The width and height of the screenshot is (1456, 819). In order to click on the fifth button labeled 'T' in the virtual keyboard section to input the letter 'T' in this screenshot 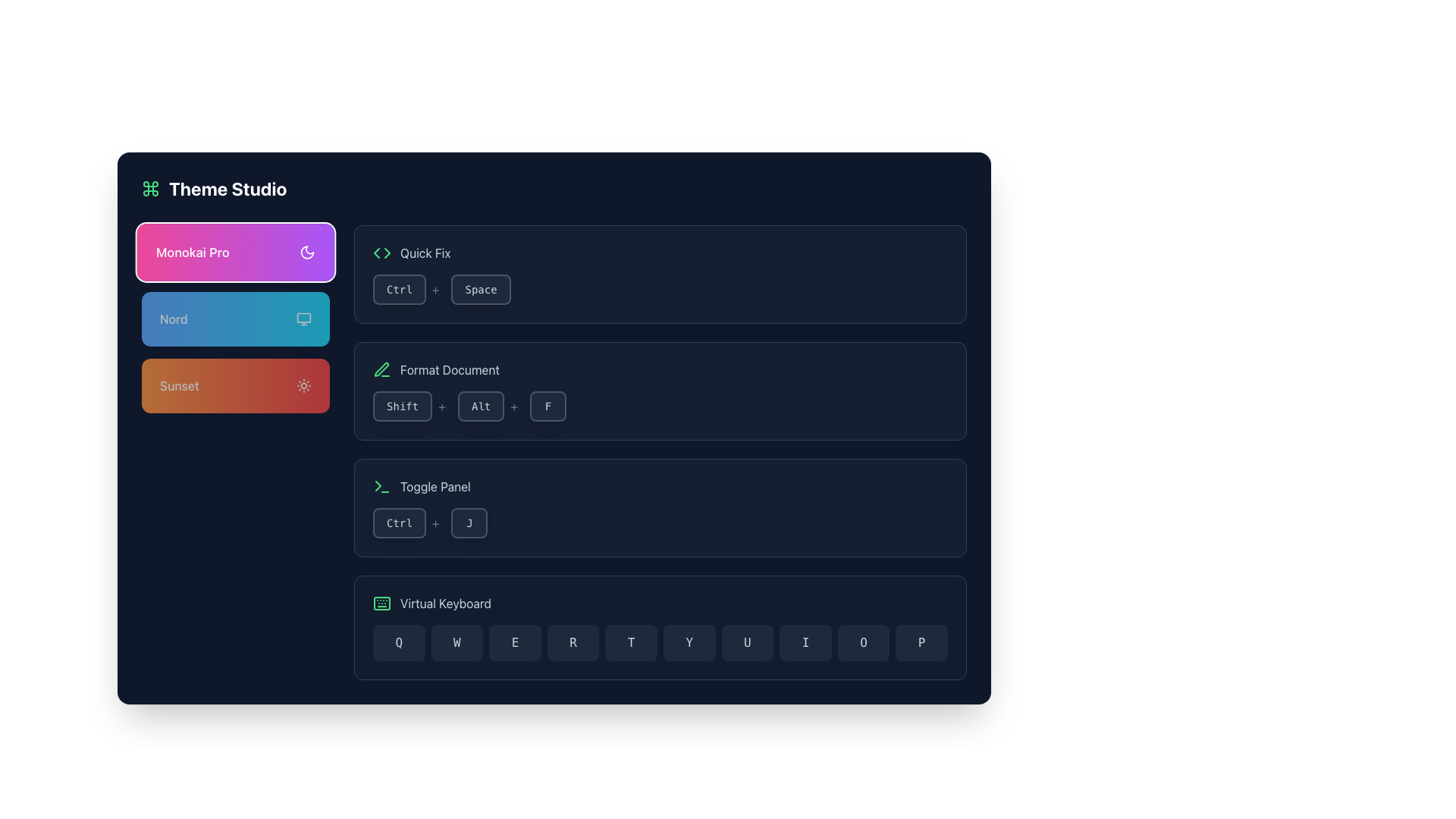, I will do `click(631, 643)`.